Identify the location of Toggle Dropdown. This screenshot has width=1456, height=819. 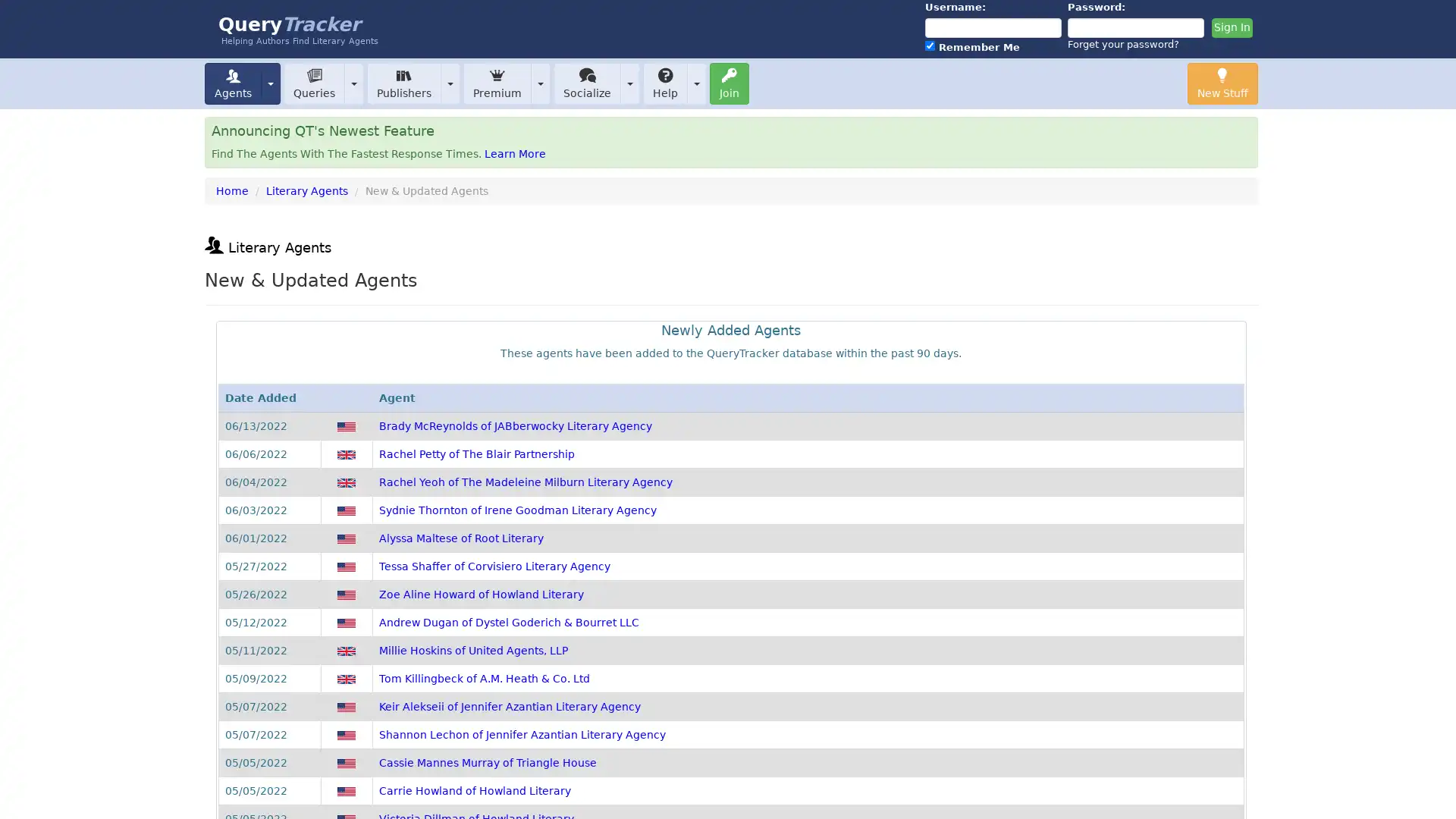
(541, 83).